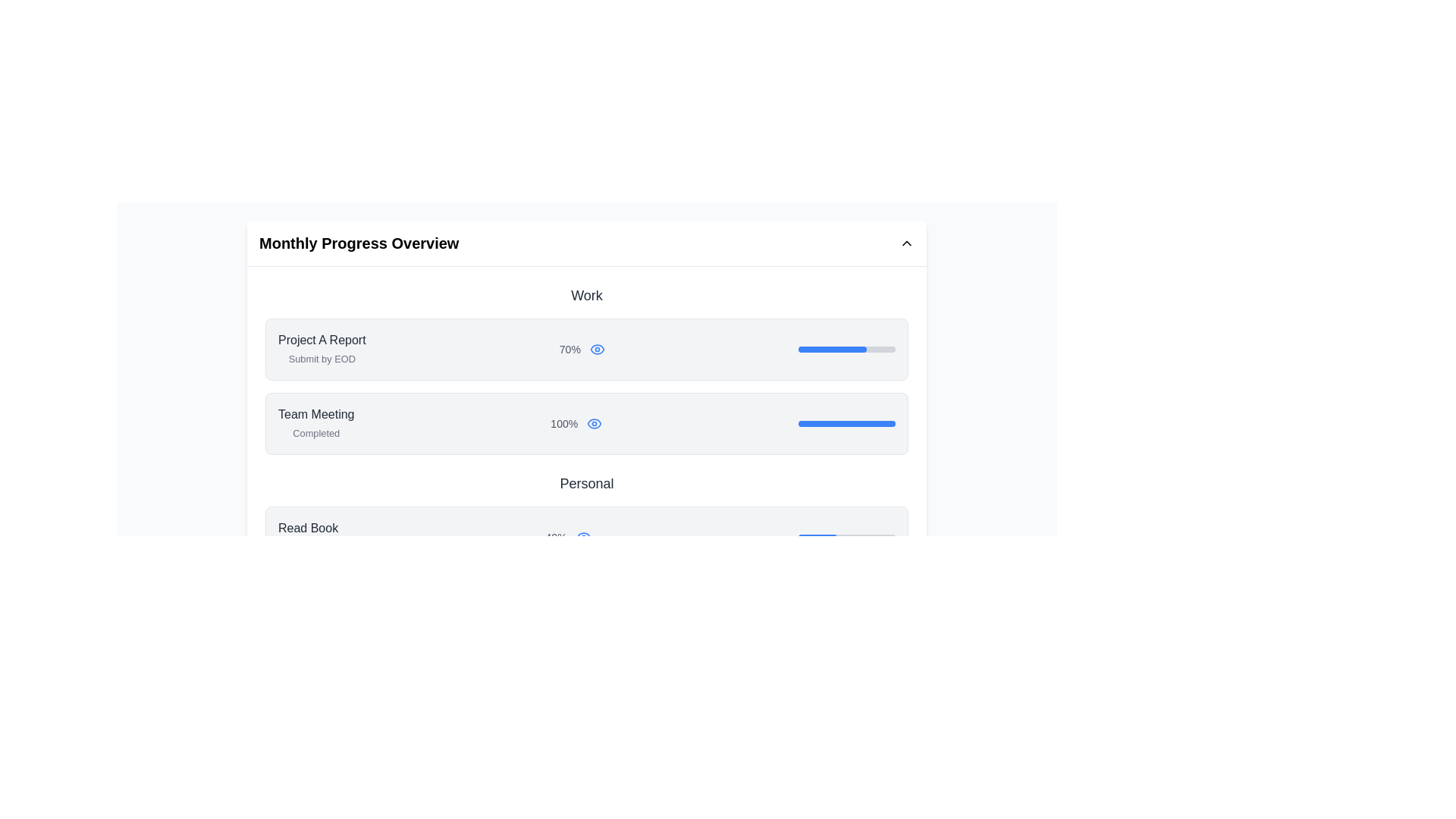 This screenshot has height=819, width=1456. I want to click on the text with icon indicating the percentage value for 'Project A Report', which provides access to a visual preview or status view, so click(581, 350).